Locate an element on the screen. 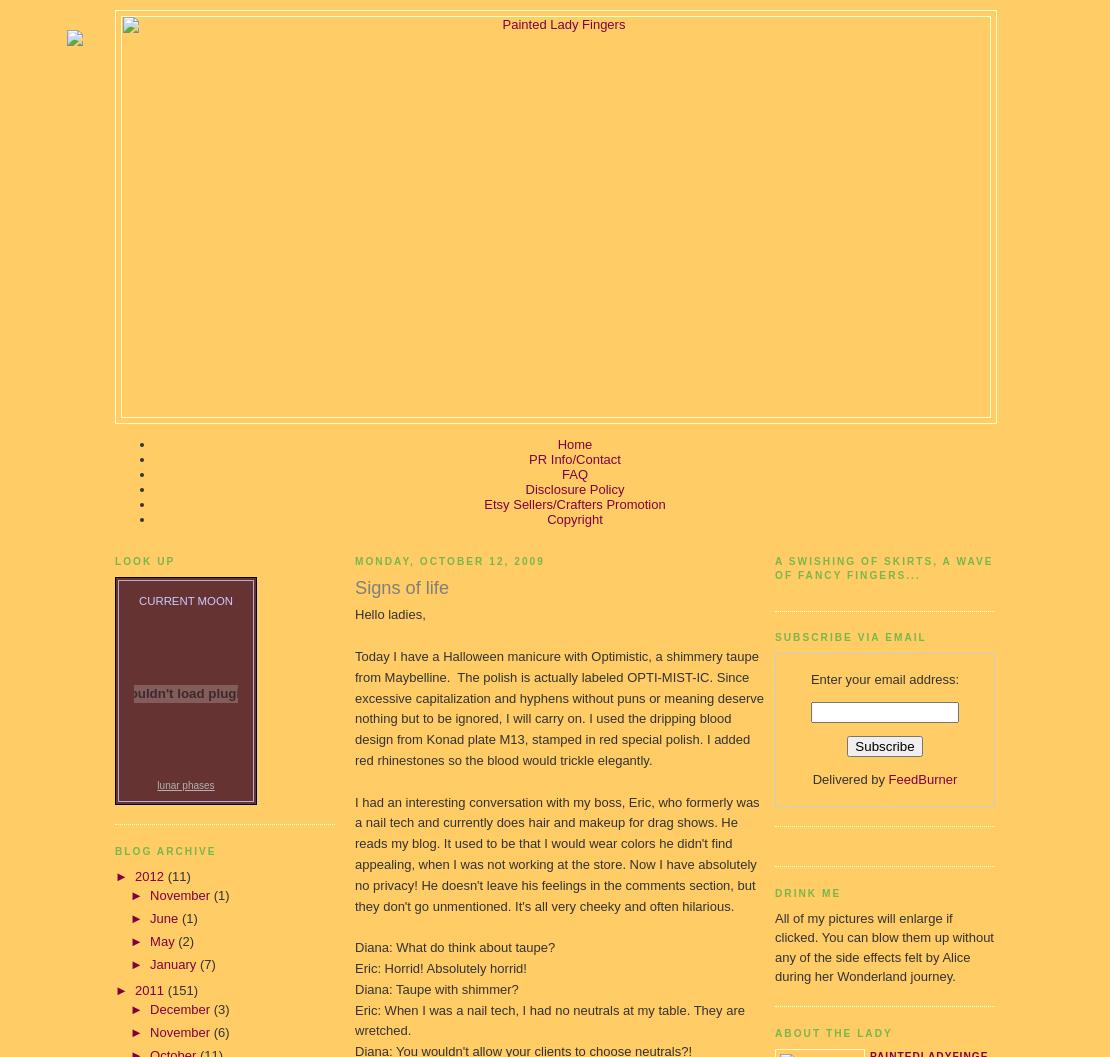  'January' is located at coordinates (173, 963).